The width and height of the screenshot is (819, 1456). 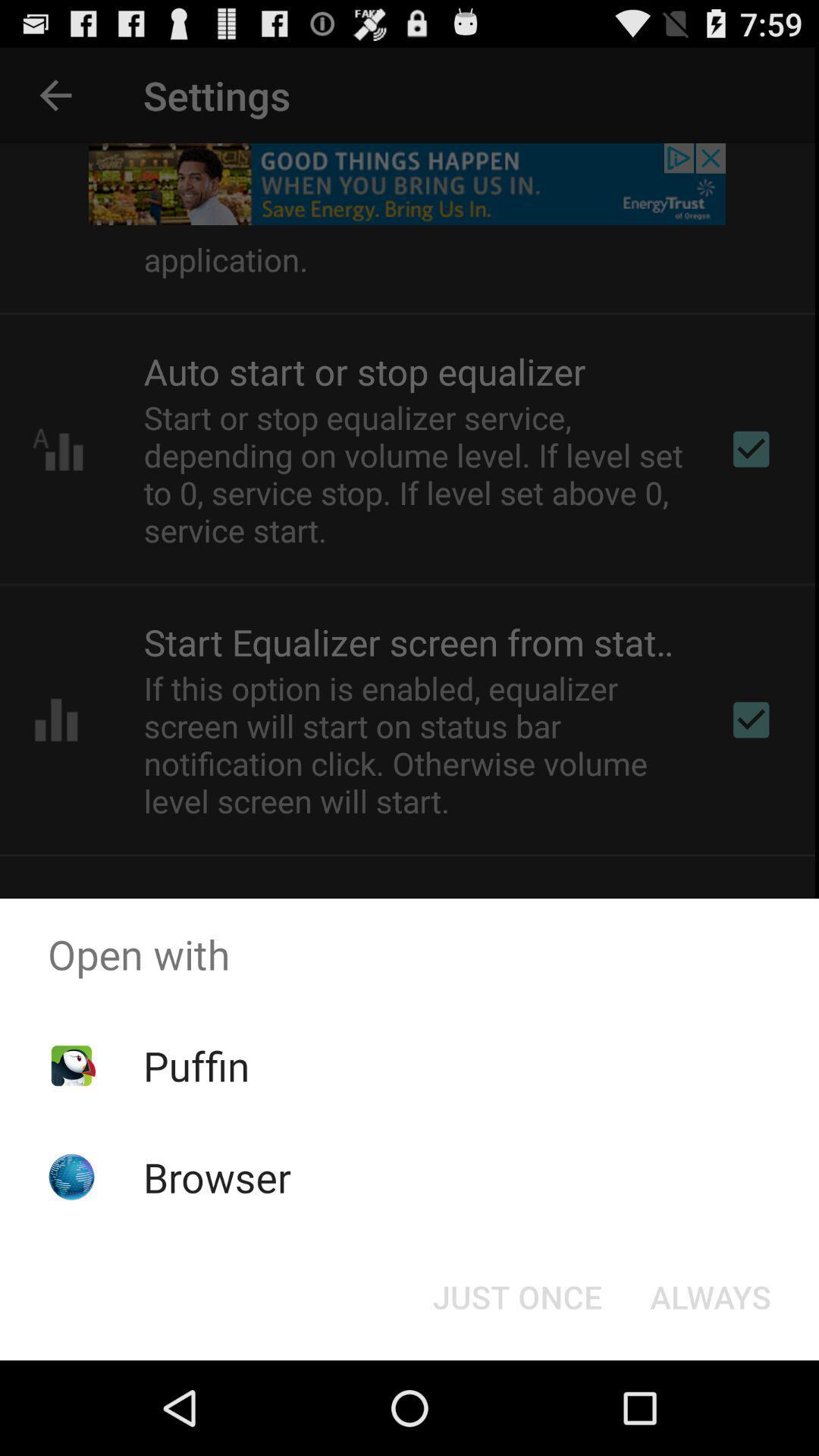 What do you see at coordinates (516, 1295) in the screenshot?
I see `the icon next to the always button` at bounding box center [516, 1295].